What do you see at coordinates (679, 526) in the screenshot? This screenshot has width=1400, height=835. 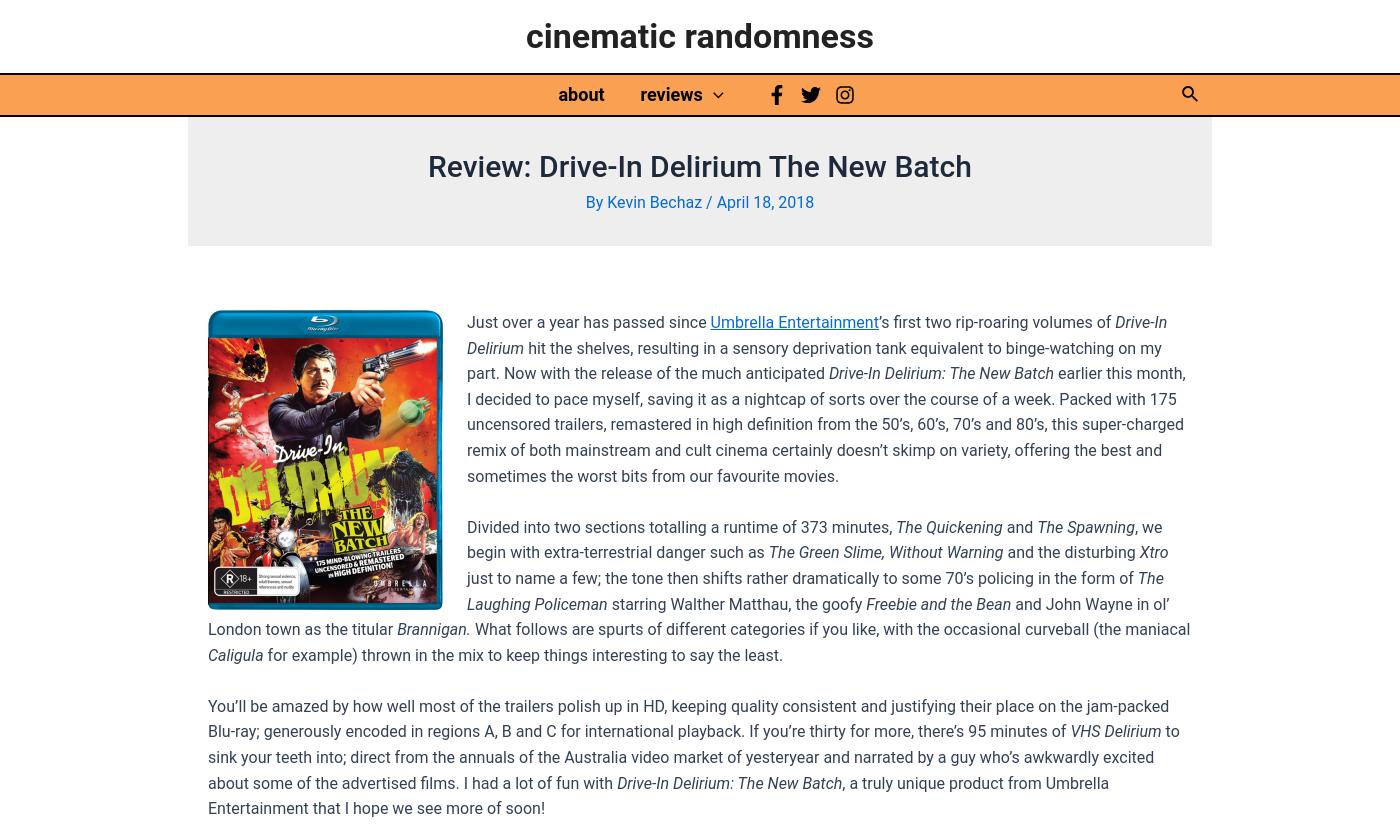 I see `'Divided into two sections totalling a runtime of 373 minutes,'` at bounding box center [679, 526].